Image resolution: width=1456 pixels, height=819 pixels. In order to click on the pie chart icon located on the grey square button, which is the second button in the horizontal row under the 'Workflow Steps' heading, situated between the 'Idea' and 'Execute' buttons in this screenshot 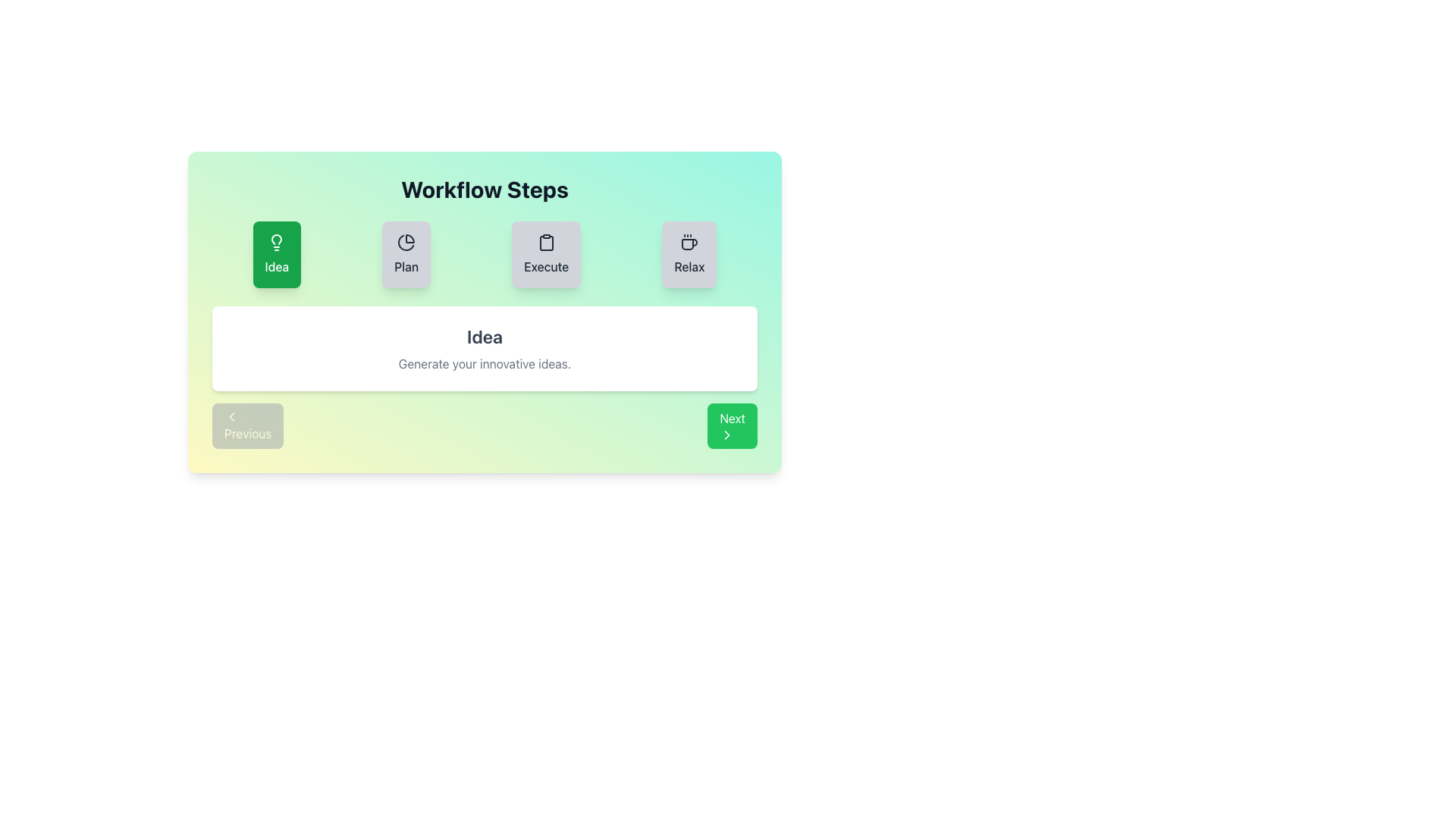, I will do `click(406, 242)`.